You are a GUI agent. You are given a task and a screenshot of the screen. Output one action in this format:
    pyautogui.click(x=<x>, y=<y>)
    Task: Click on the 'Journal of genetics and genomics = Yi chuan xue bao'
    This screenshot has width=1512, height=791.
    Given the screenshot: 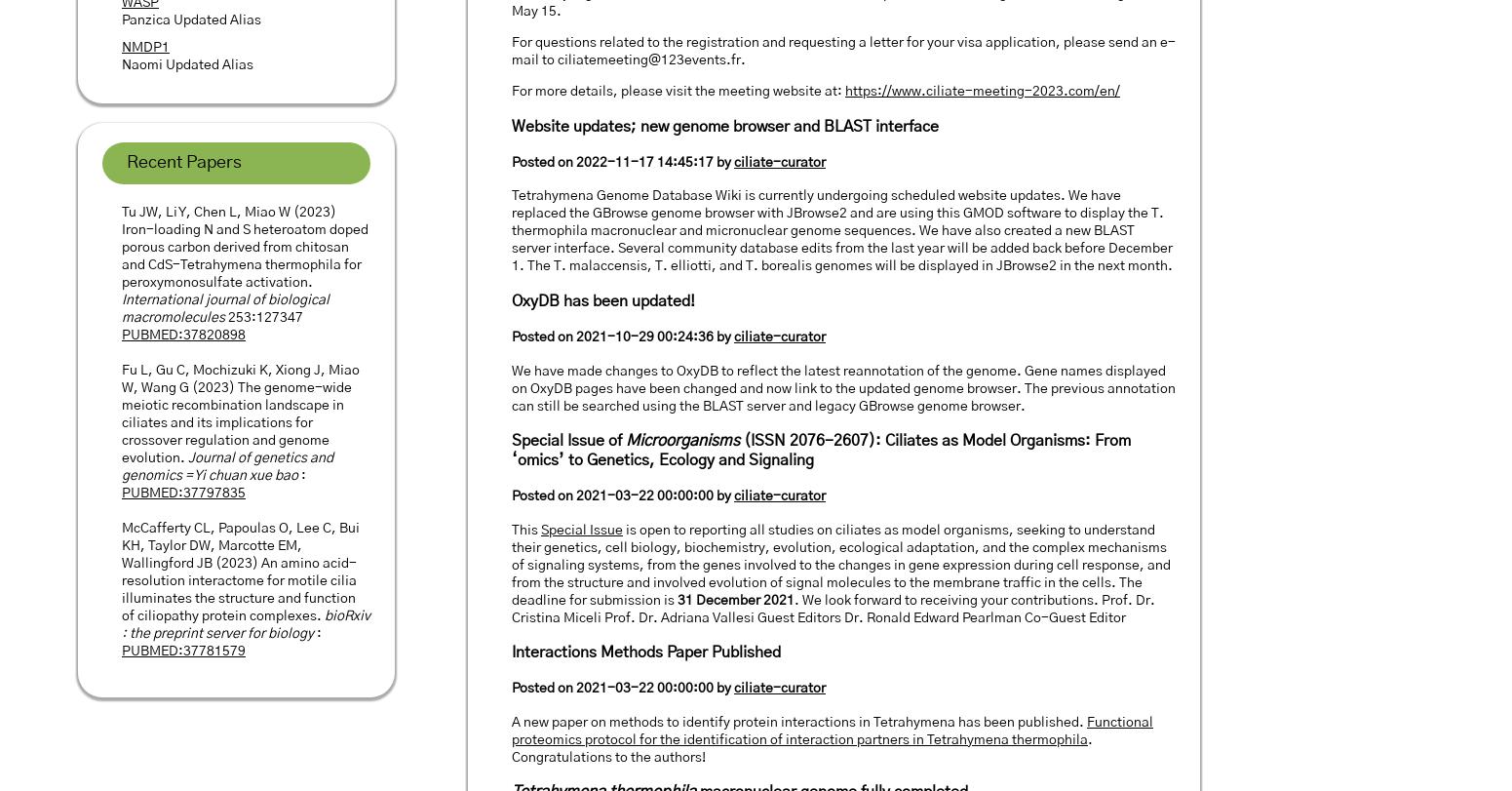 What is the action you would take?
    pyautogui.click(x=227, y=465)
    